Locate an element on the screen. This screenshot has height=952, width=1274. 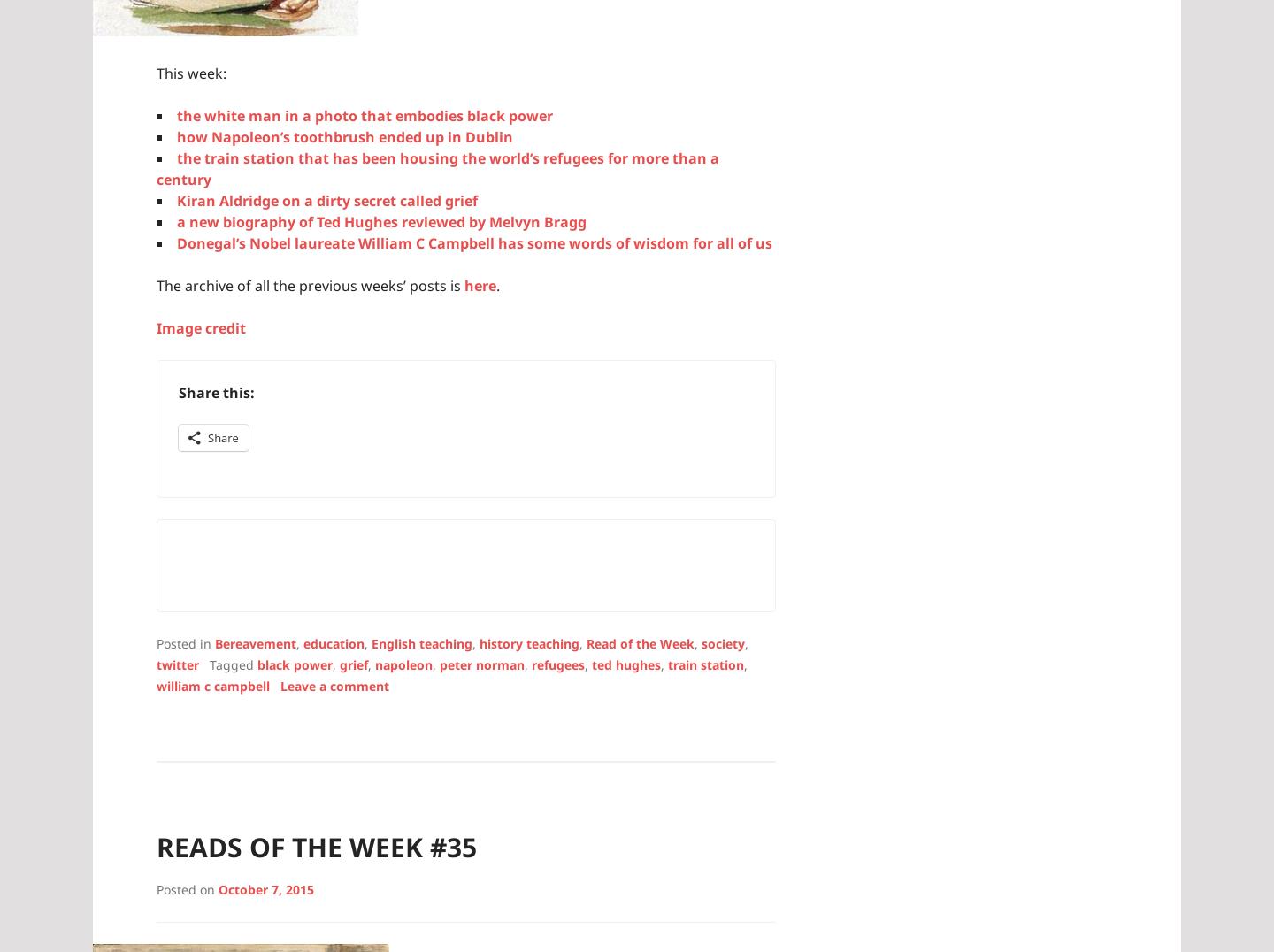
'Kiran Aldridge on a dirty secret called grief' is located at coordinates (326, 199).